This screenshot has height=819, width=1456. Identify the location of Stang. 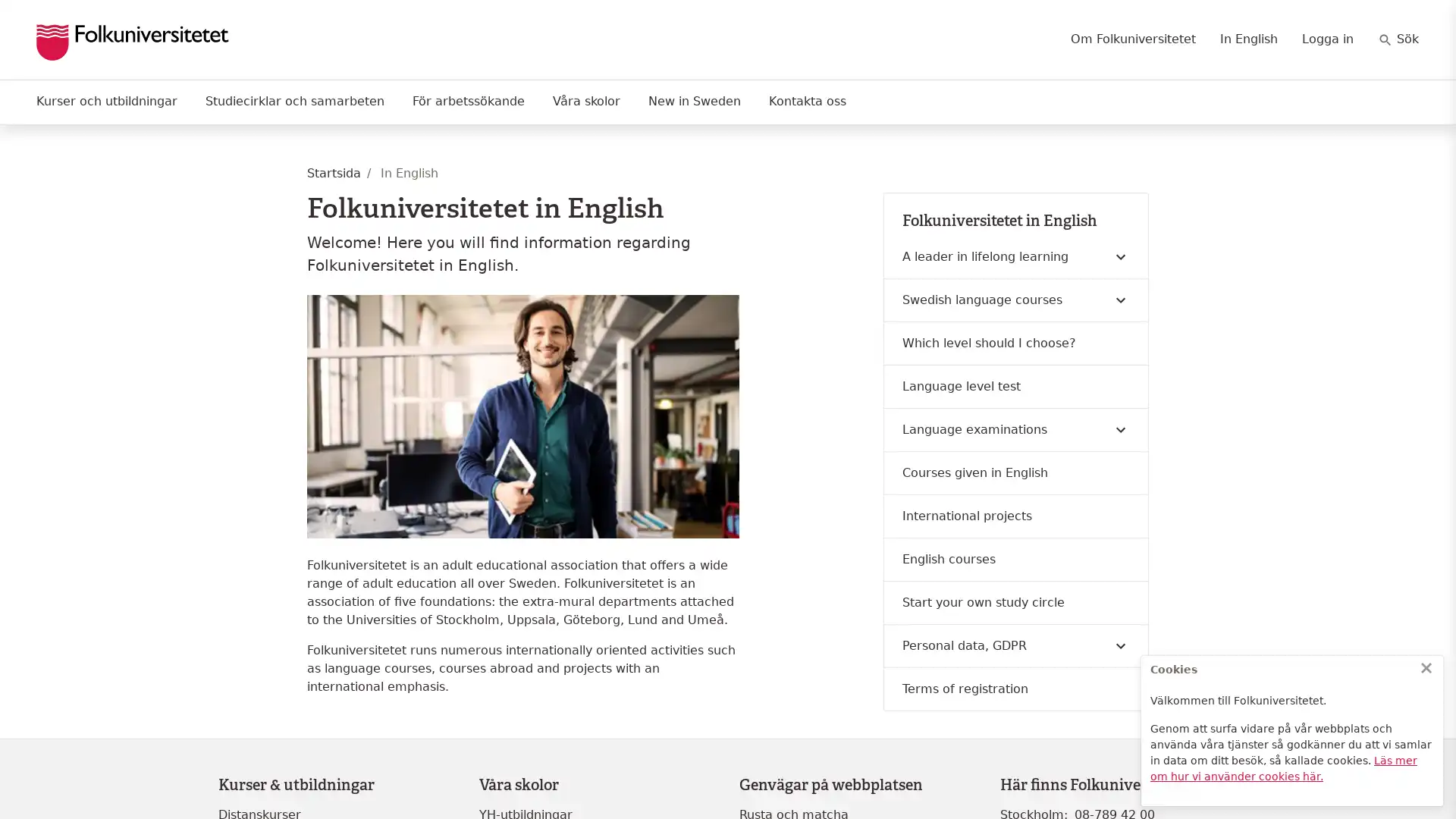
(1426, 667).